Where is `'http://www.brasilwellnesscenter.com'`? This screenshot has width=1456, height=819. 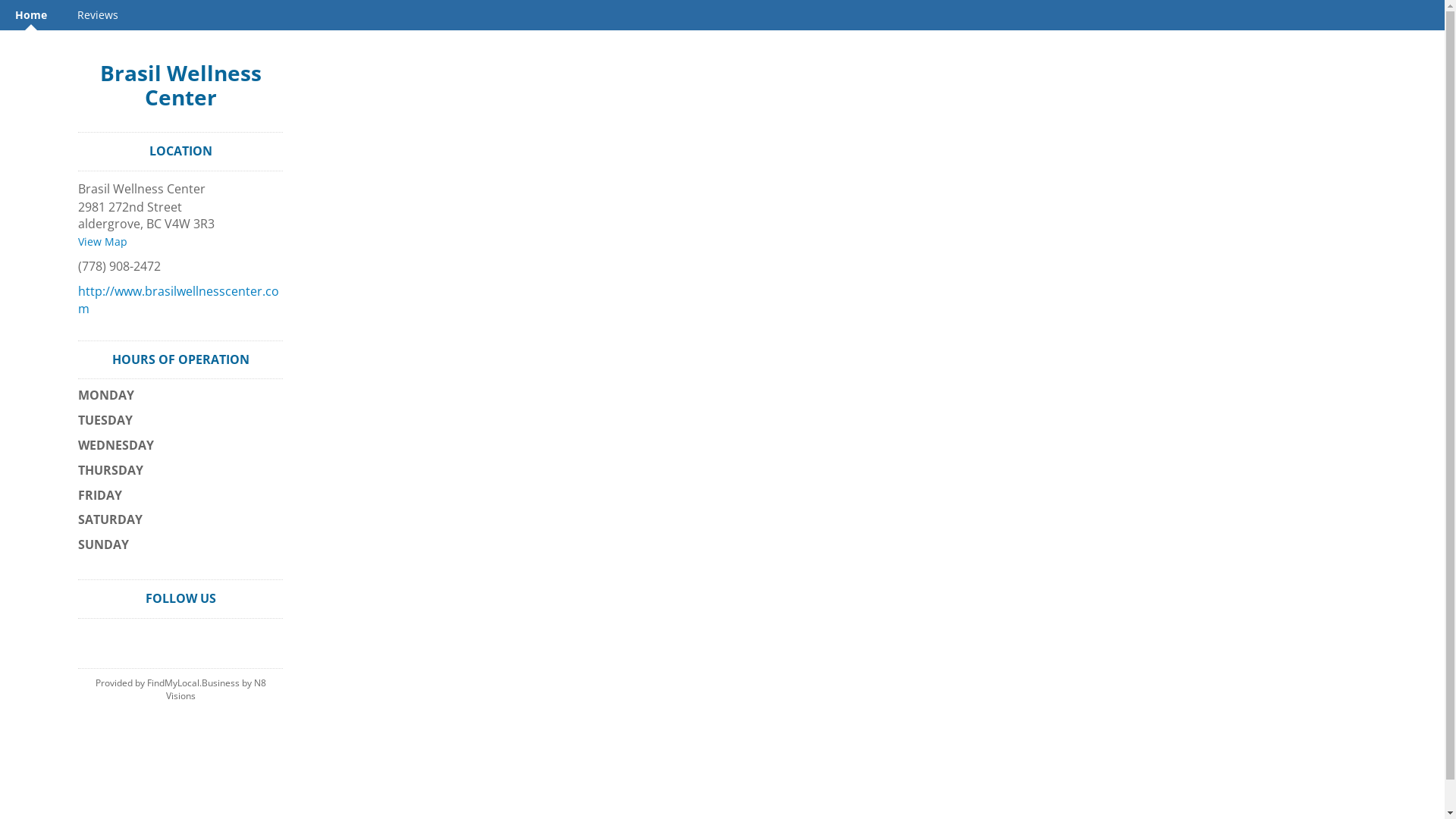
'http://www.brasilwellnesscenter.com' is located at coordinates (178, 300).